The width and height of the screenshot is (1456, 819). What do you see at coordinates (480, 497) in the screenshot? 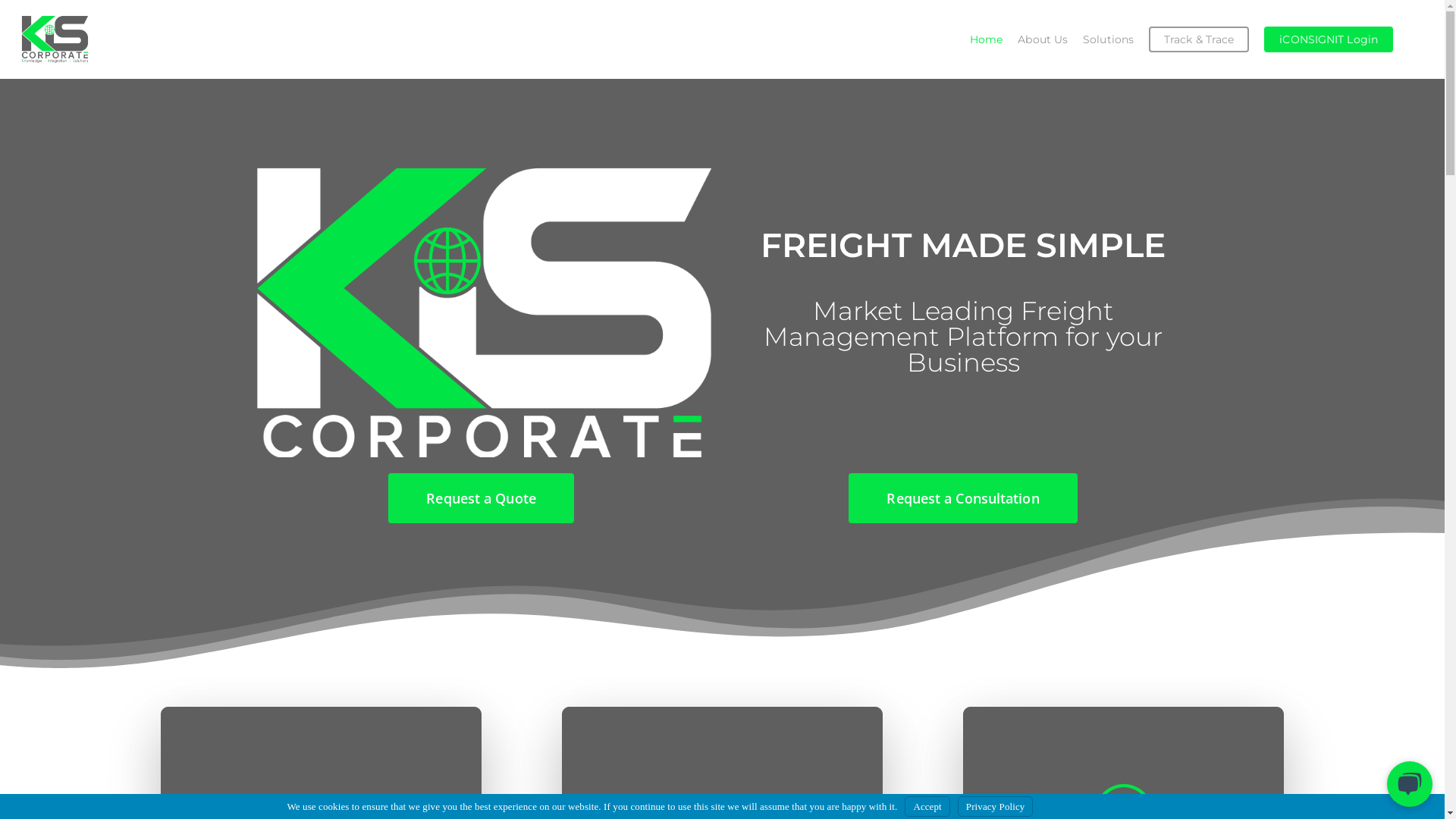
I see `'Request a Quote'` at bounding box center [480, 497].